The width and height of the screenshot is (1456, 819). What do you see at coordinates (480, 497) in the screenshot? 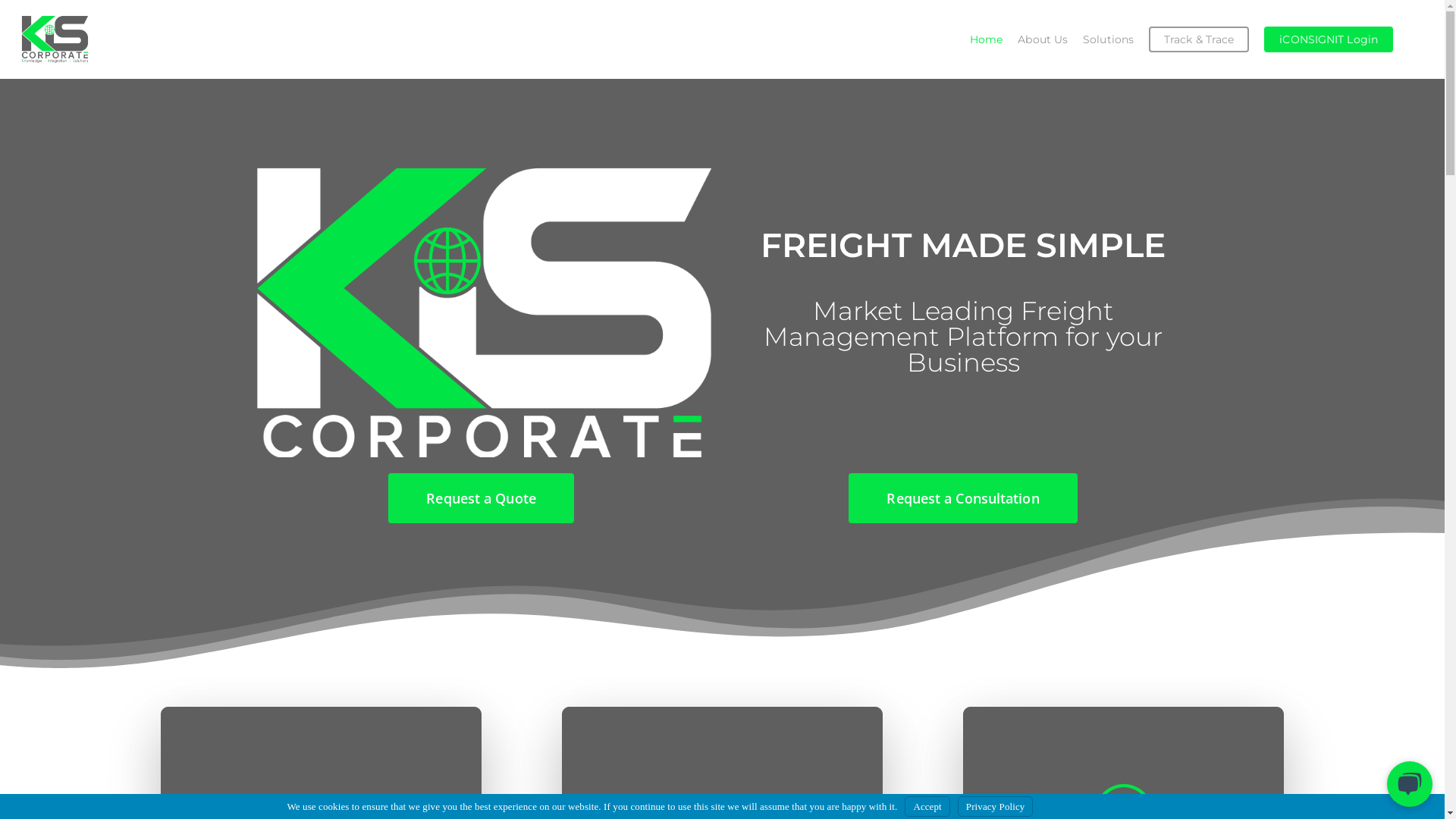
I see `'Request a Quote'` at bounding box center [480, 497].